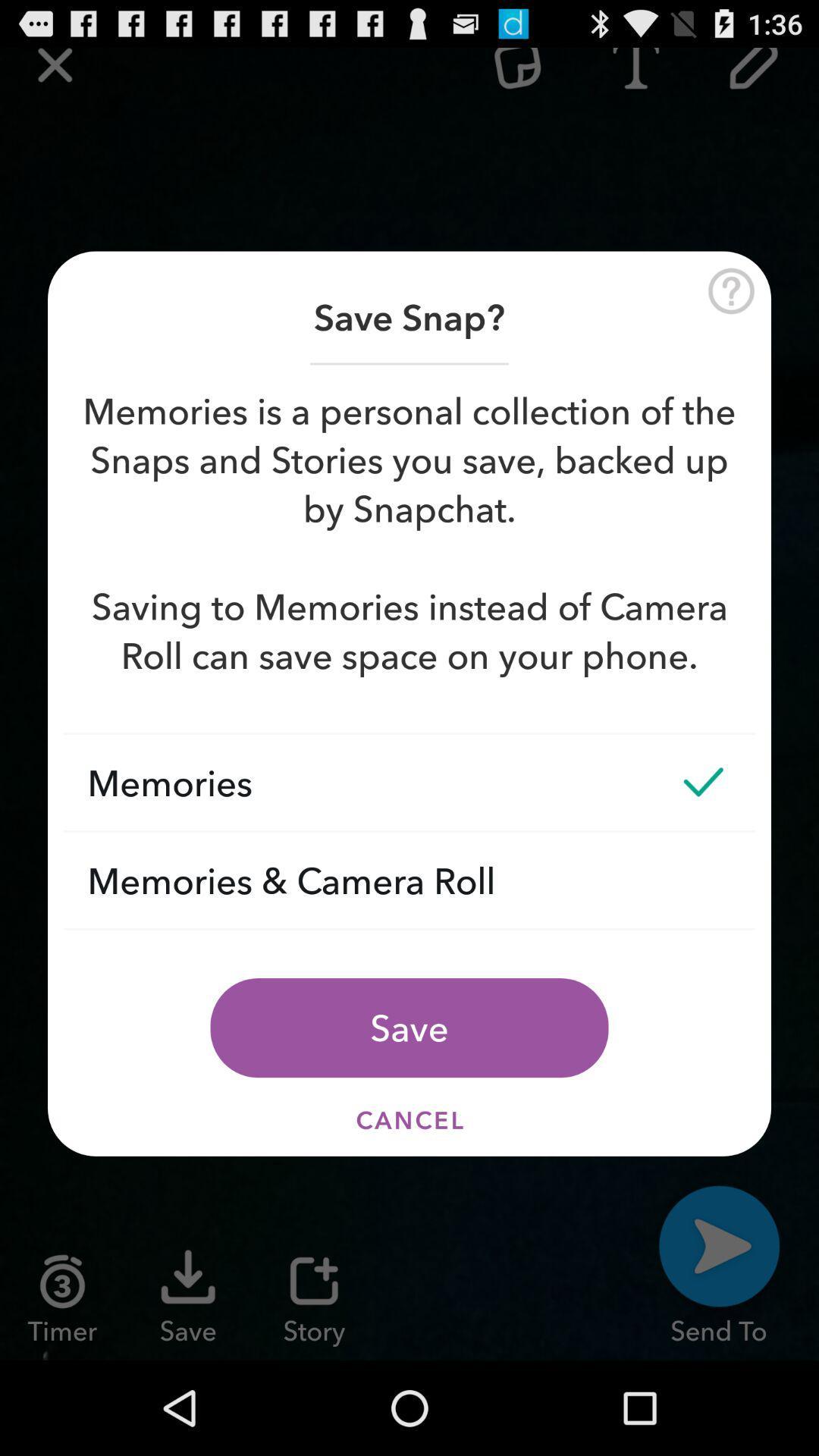  Describe the element at coordinates (730, 310) in the screenshot. I see `the help icon` at that location.